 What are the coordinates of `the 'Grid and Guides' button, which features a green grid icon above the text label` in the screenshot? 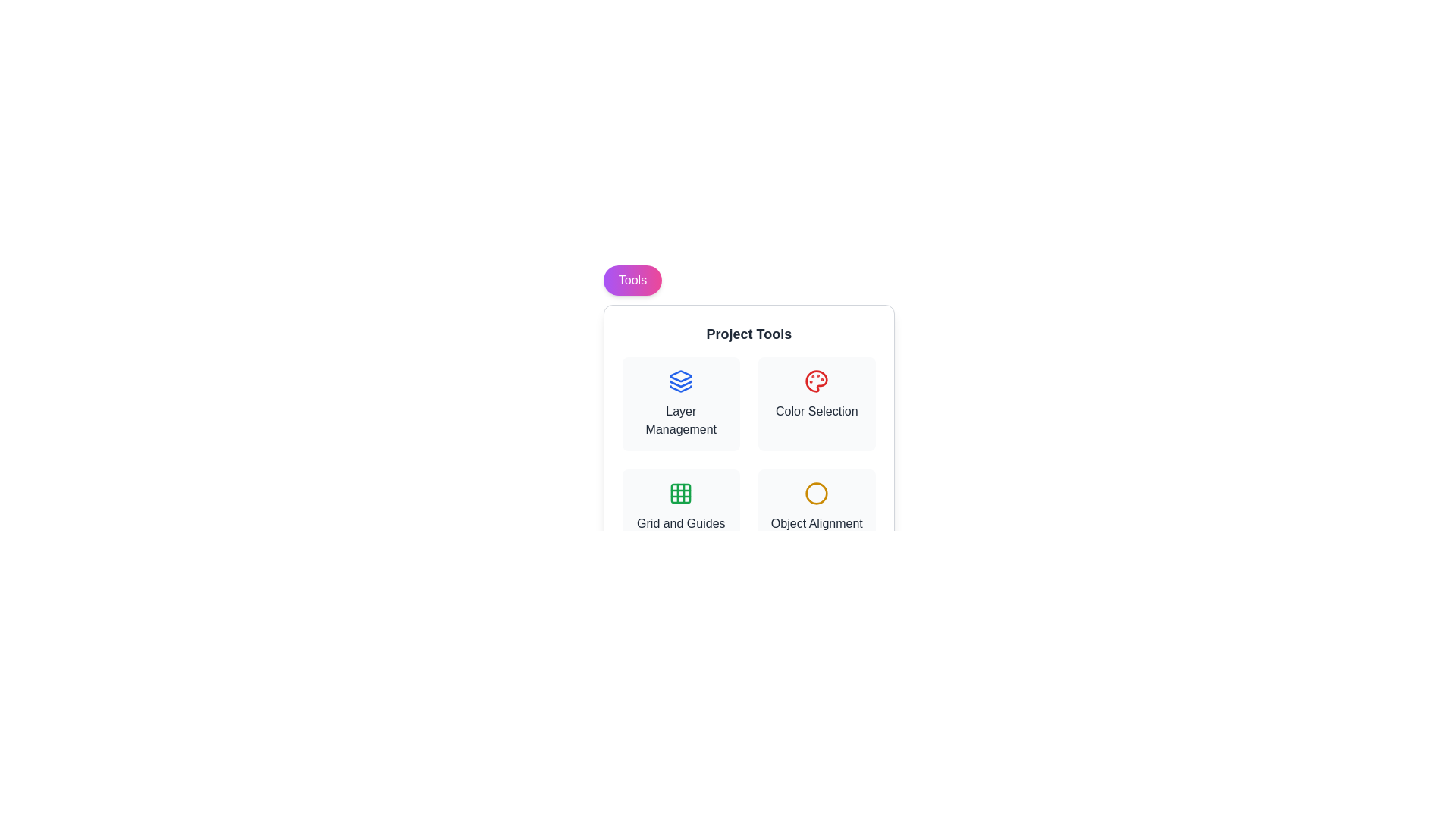 It's located at (680, 507).